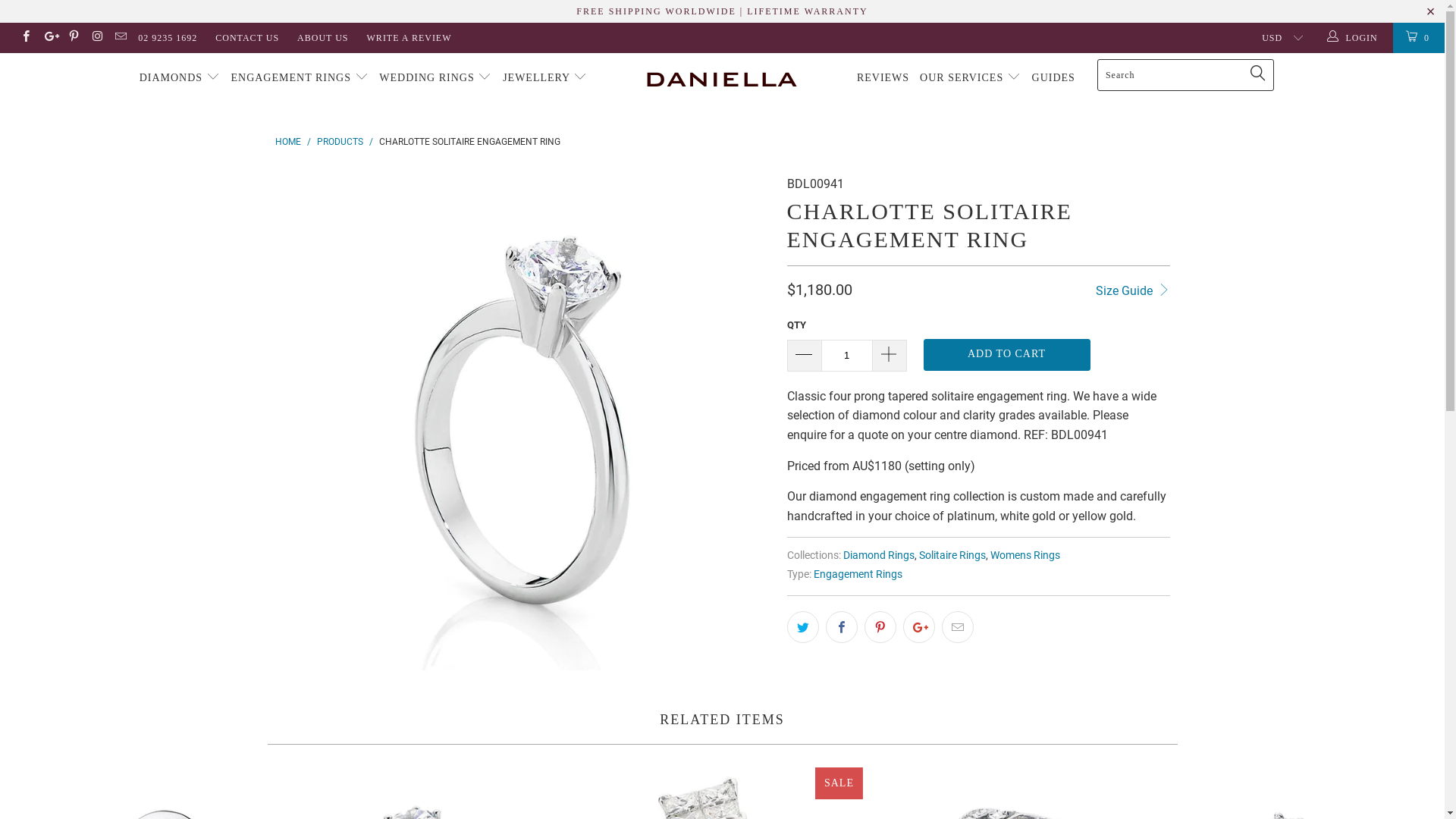 This screenshot has width=1456, height=819. I want to click on 'HOME', so click(287, 141).